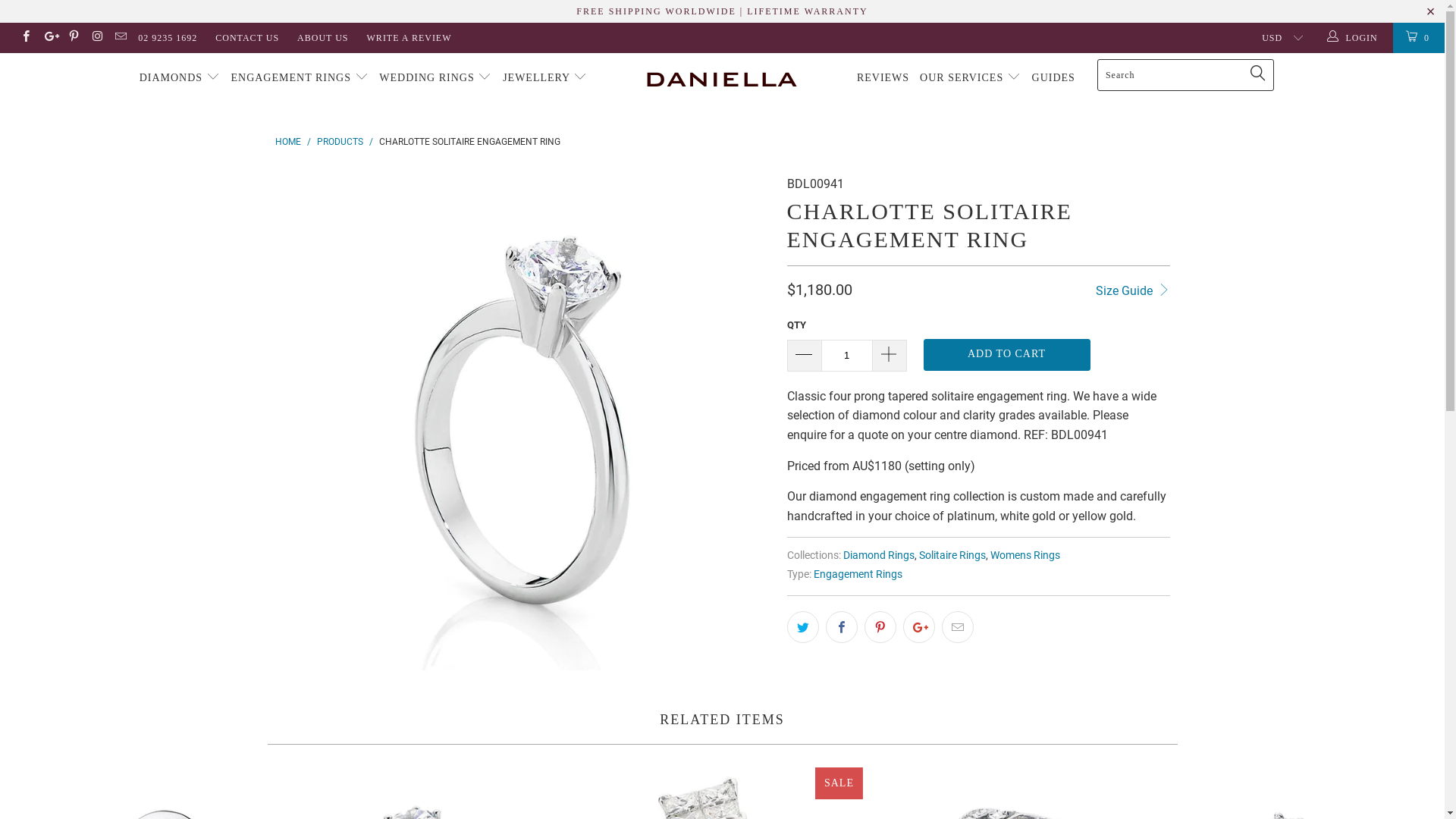 This screenshot has width=1456, height=819. I want to click on 'HOME', so click(287, 141).